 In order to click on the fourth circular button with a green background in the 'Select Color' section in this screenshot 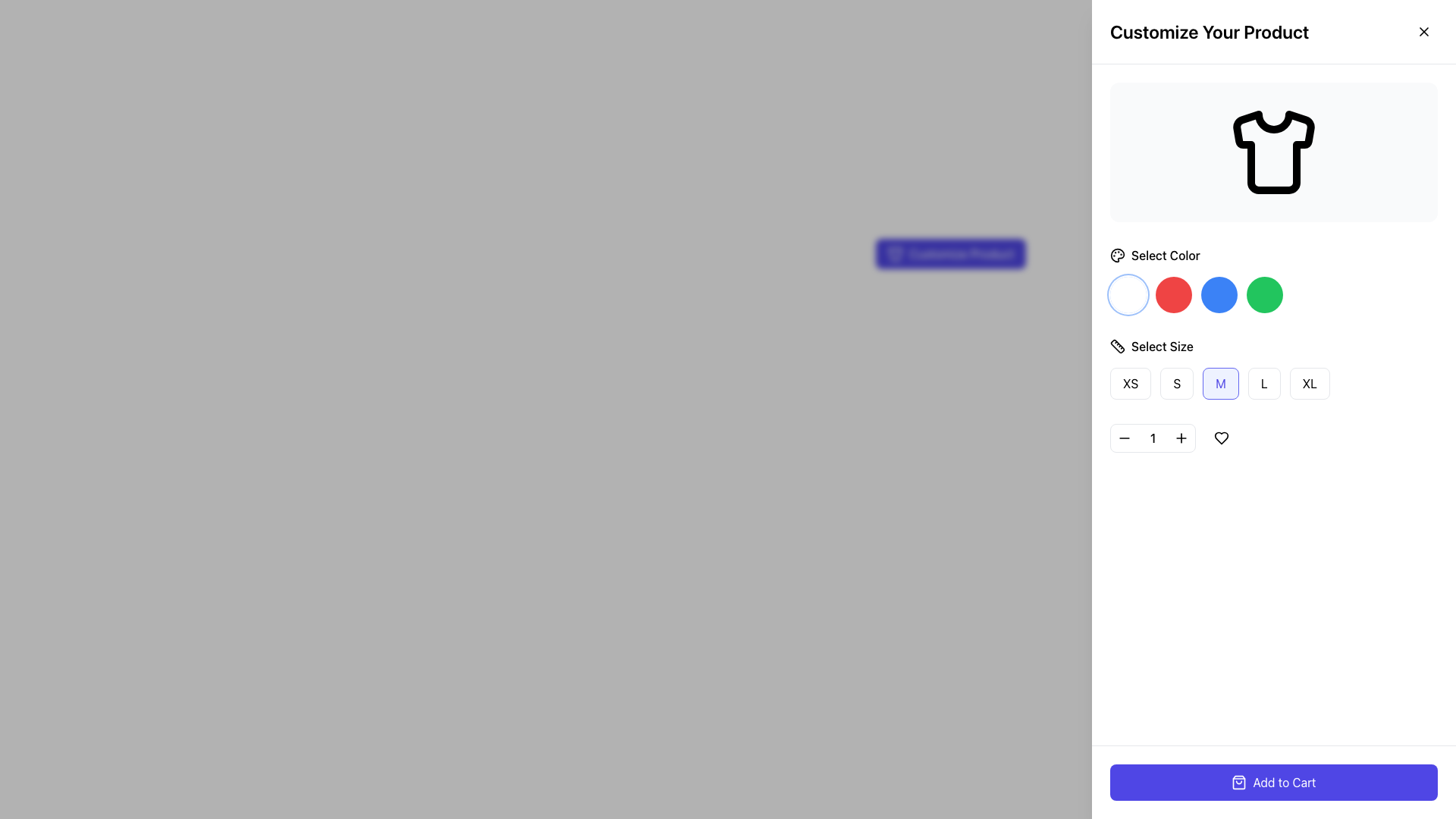, I will do `click(1265, 295)`.